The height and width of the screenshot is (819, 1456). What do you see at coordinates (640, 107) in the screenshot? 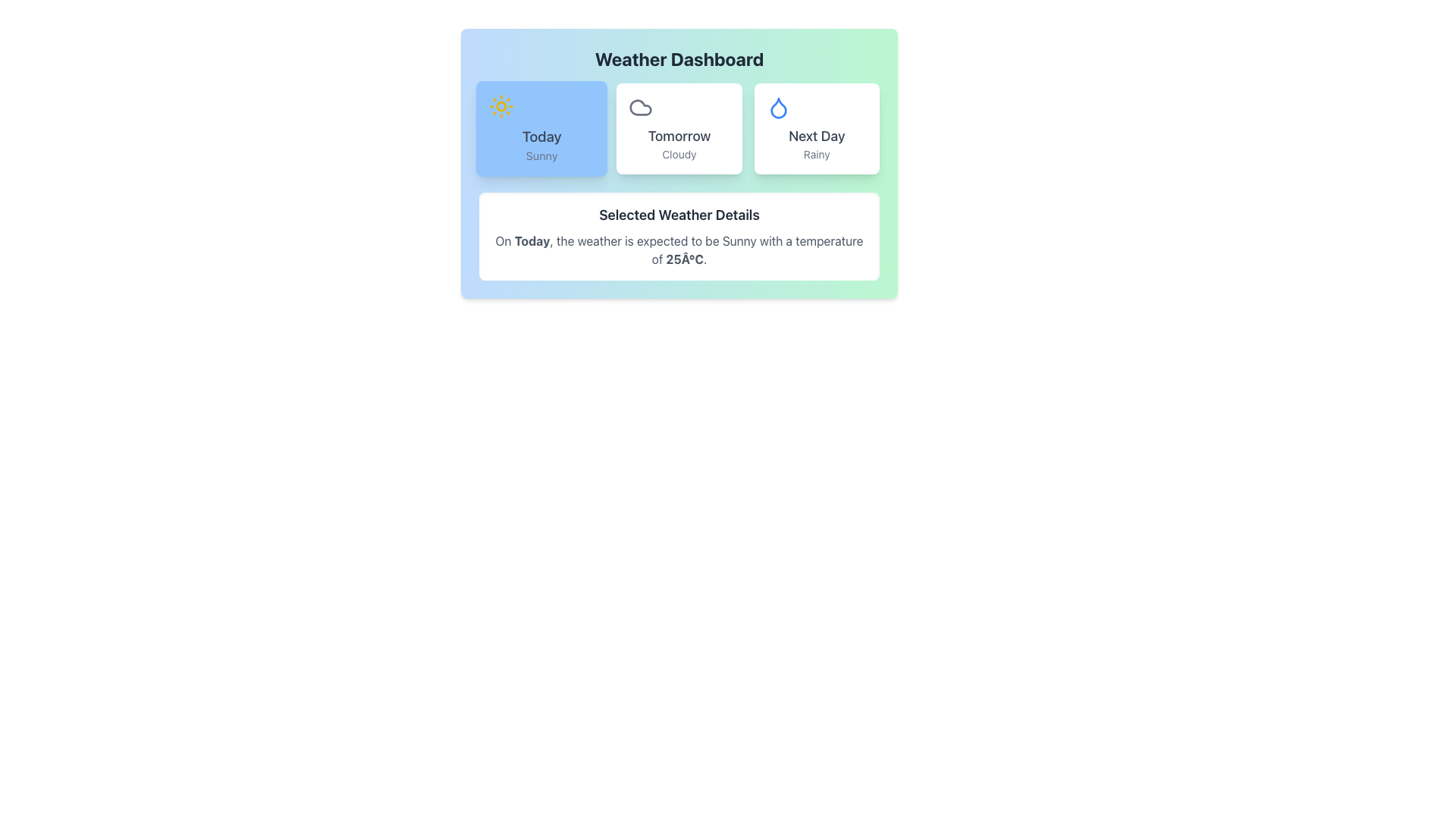
I see `the cloud icon in the 'Tomorrow' card of the Weather Dashboard, which serves as a visual indicator of cloudy weather` at bounding box center [640, 107].